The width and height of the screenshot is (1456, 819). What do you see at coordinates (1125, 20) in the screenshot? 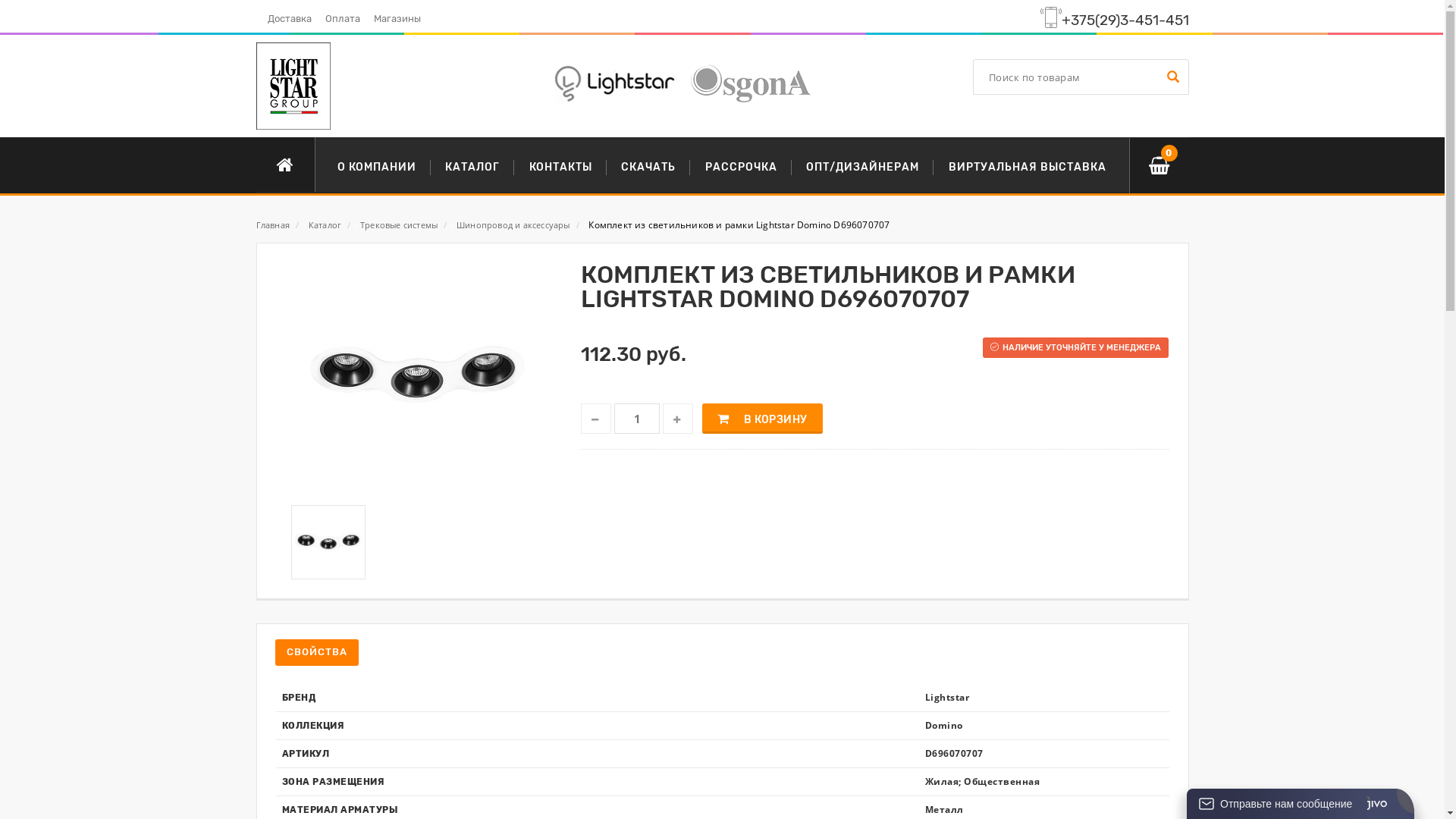
I see `'+375(29)3-451-451'` at bounding box center [1125, 20].